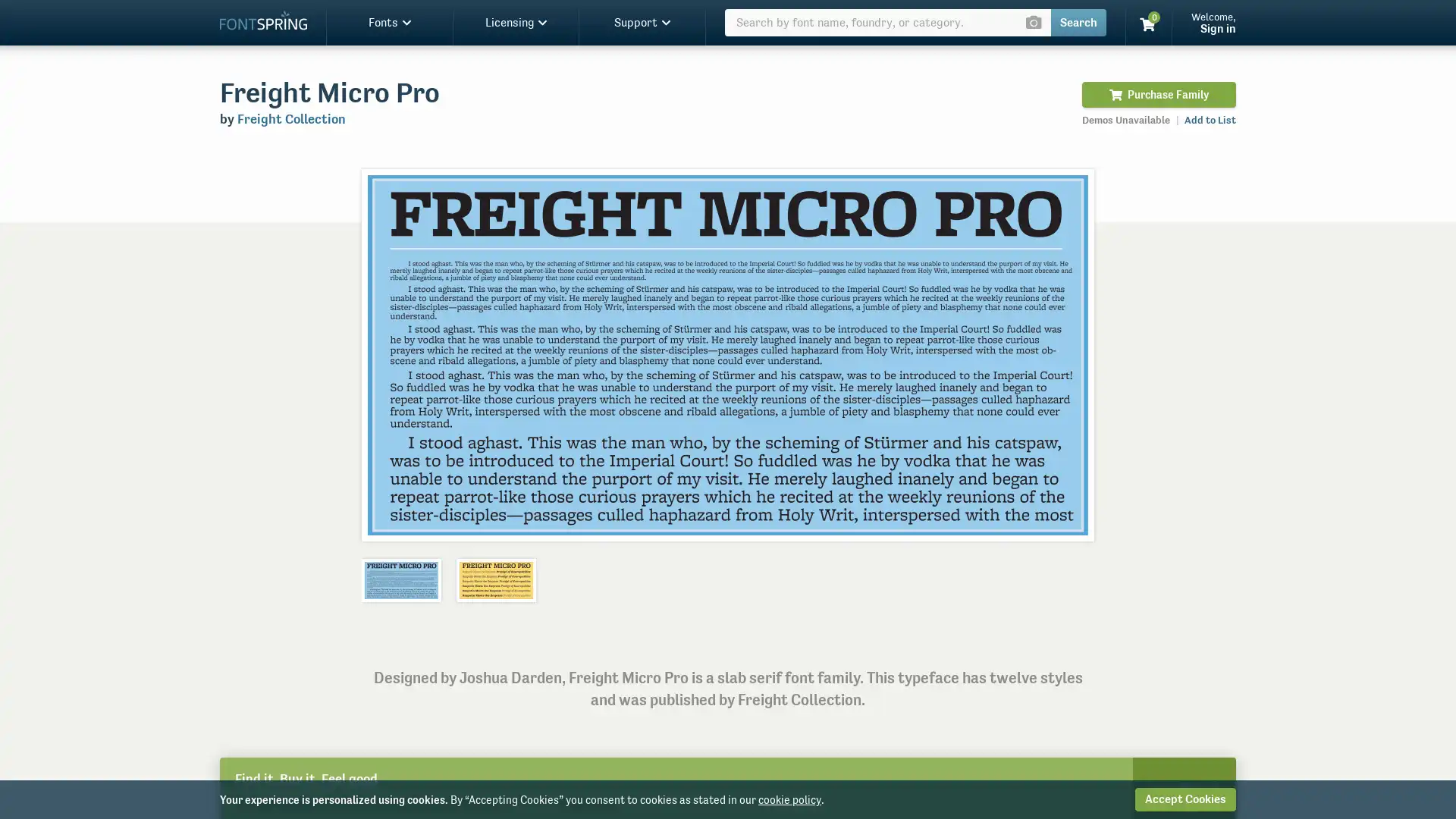  Describe the element at coordinates (1158, 94) in the screenshot. I see `Purchase Family` at that location.